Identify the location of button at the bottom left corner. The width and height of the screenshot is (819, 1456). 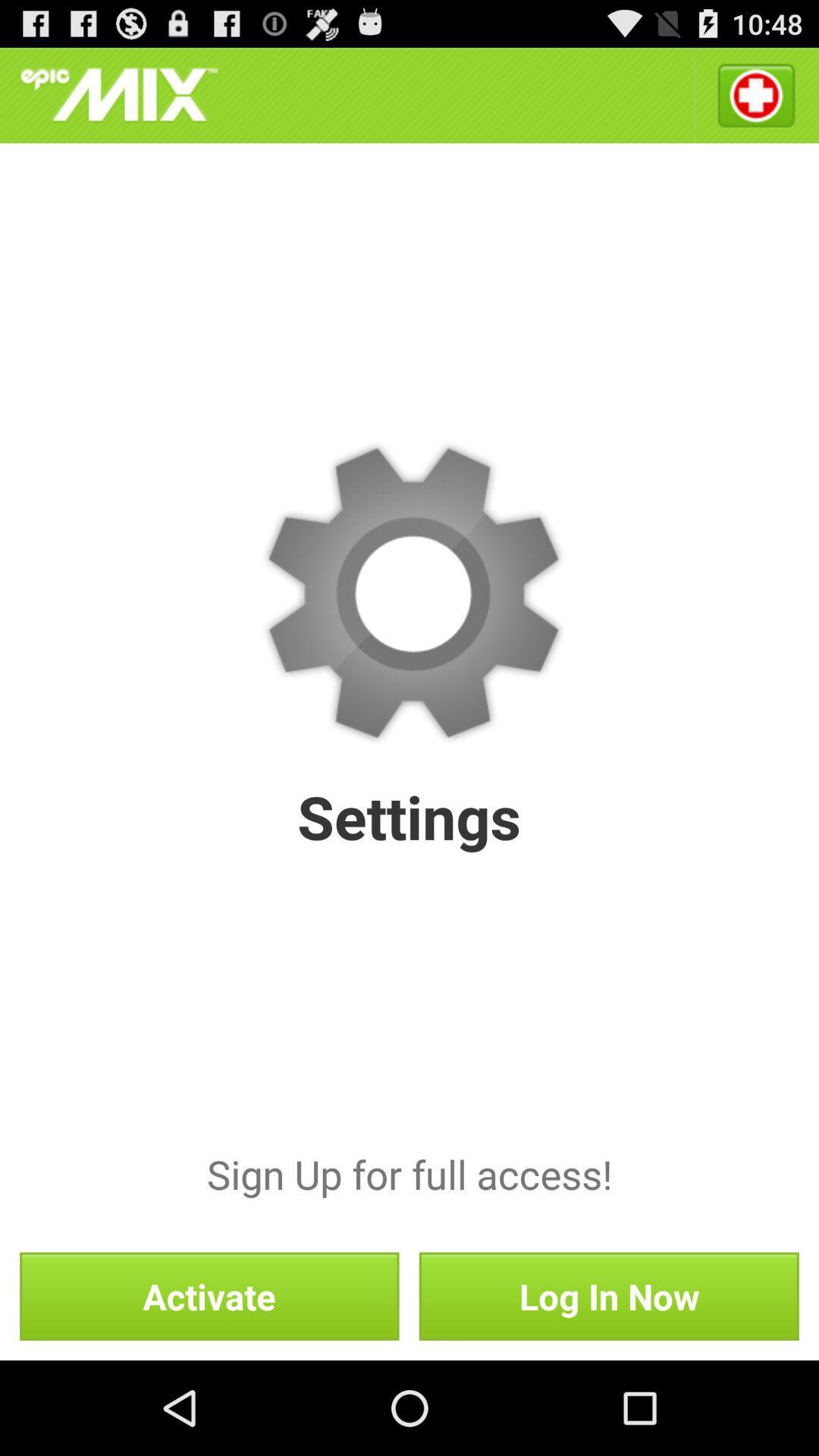
(209, 1295).